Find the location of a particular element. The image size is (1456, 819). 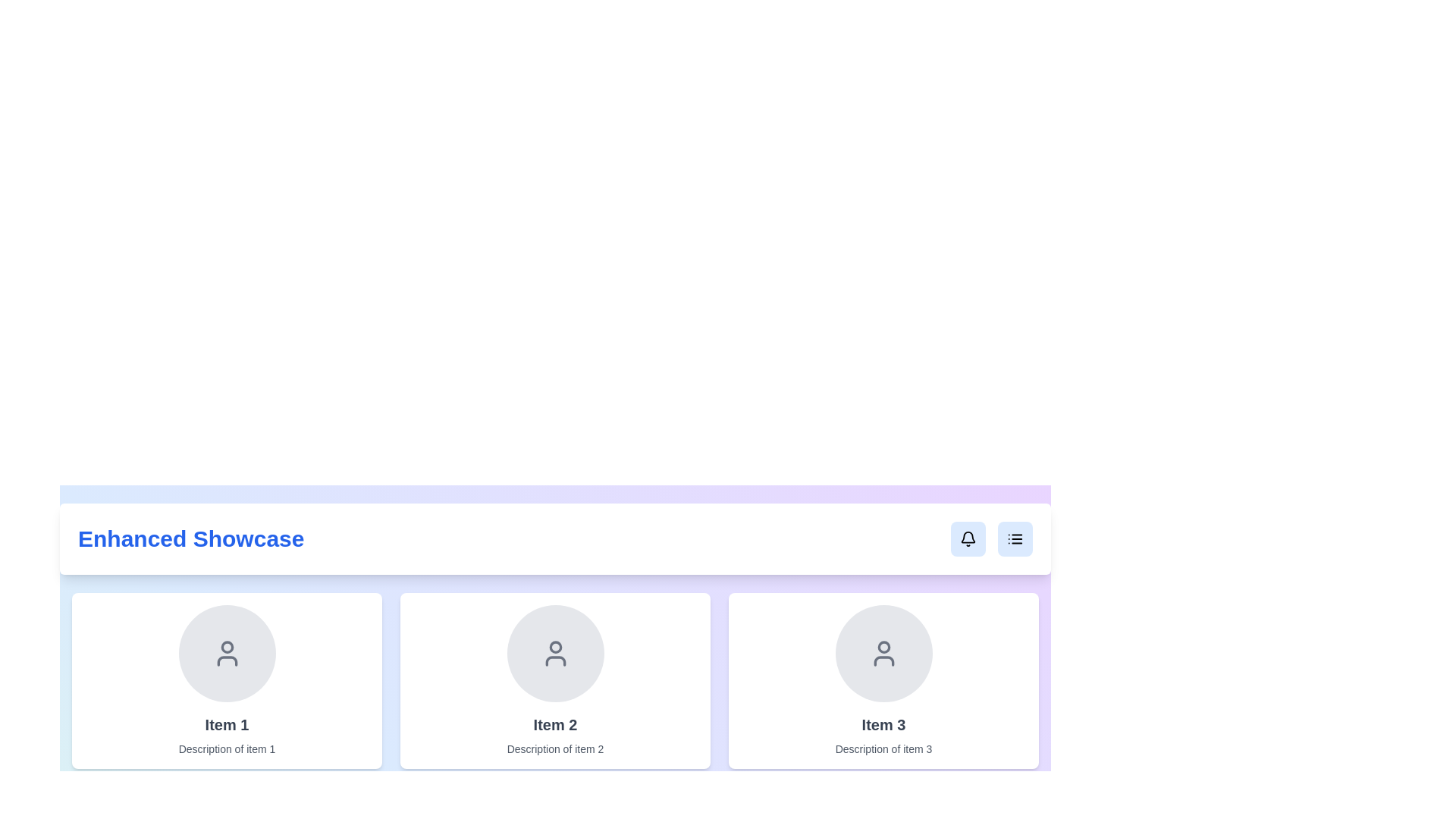

the Decorative icon with a circular gray background that features a lighter gray user icon, located at the center top of the card labeled 'Item 1' is located at coordinates (226, 652).